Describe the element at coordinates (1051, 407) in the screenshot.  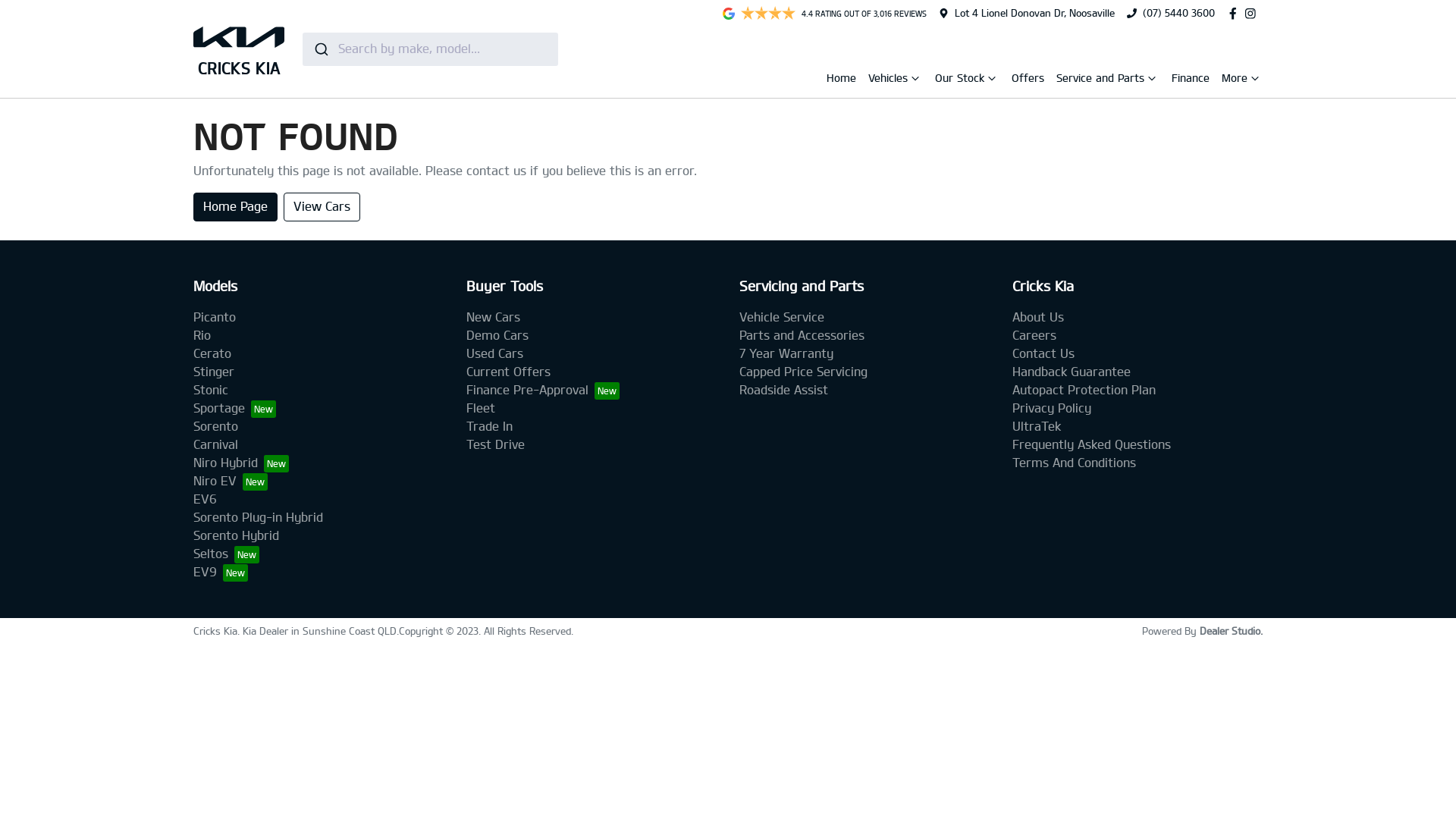
I see `'Privacy Policy'` at that location.